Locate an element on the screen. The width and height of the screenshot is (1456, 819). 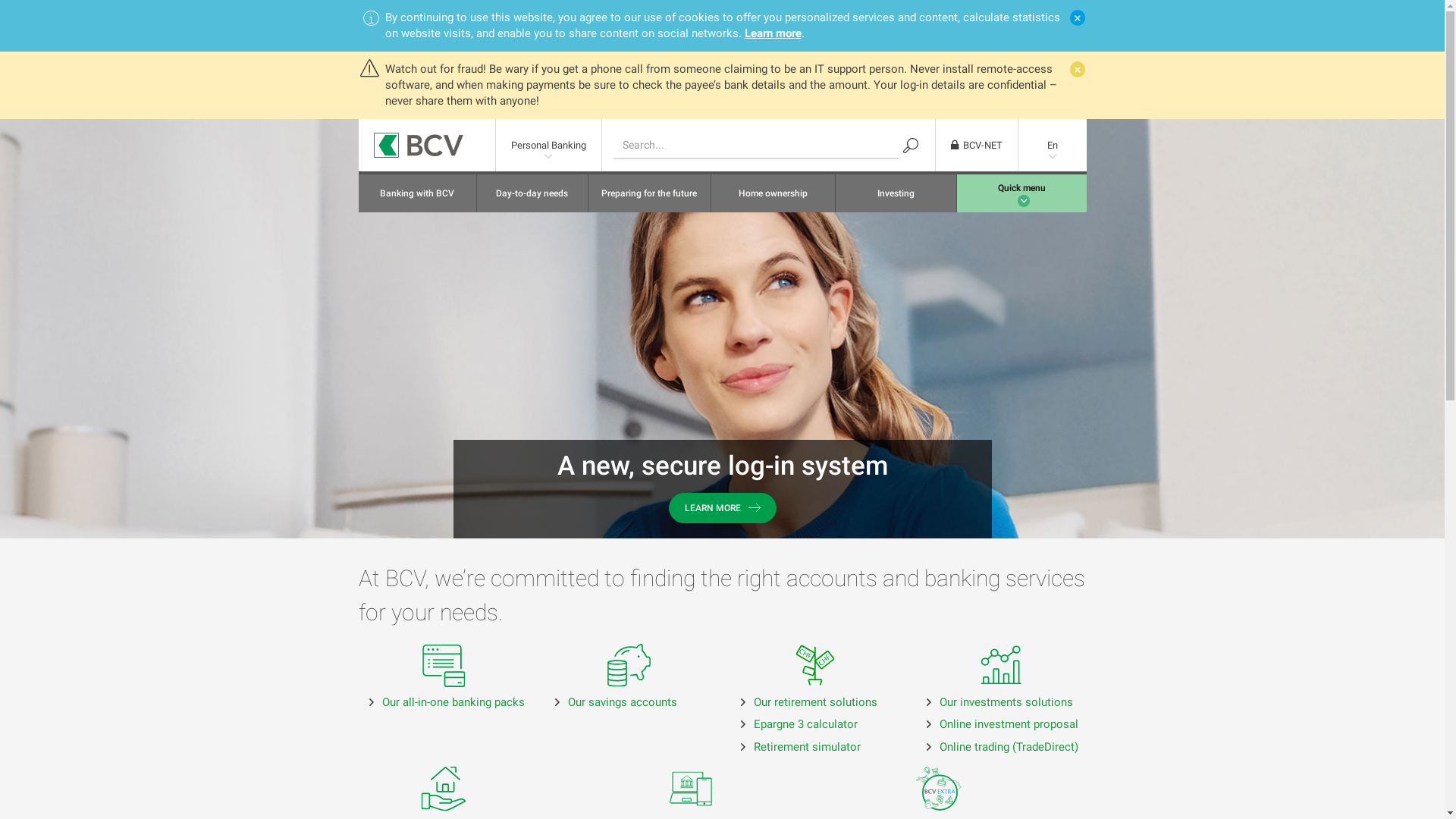
'En' is located at coordinates (1051, 145).